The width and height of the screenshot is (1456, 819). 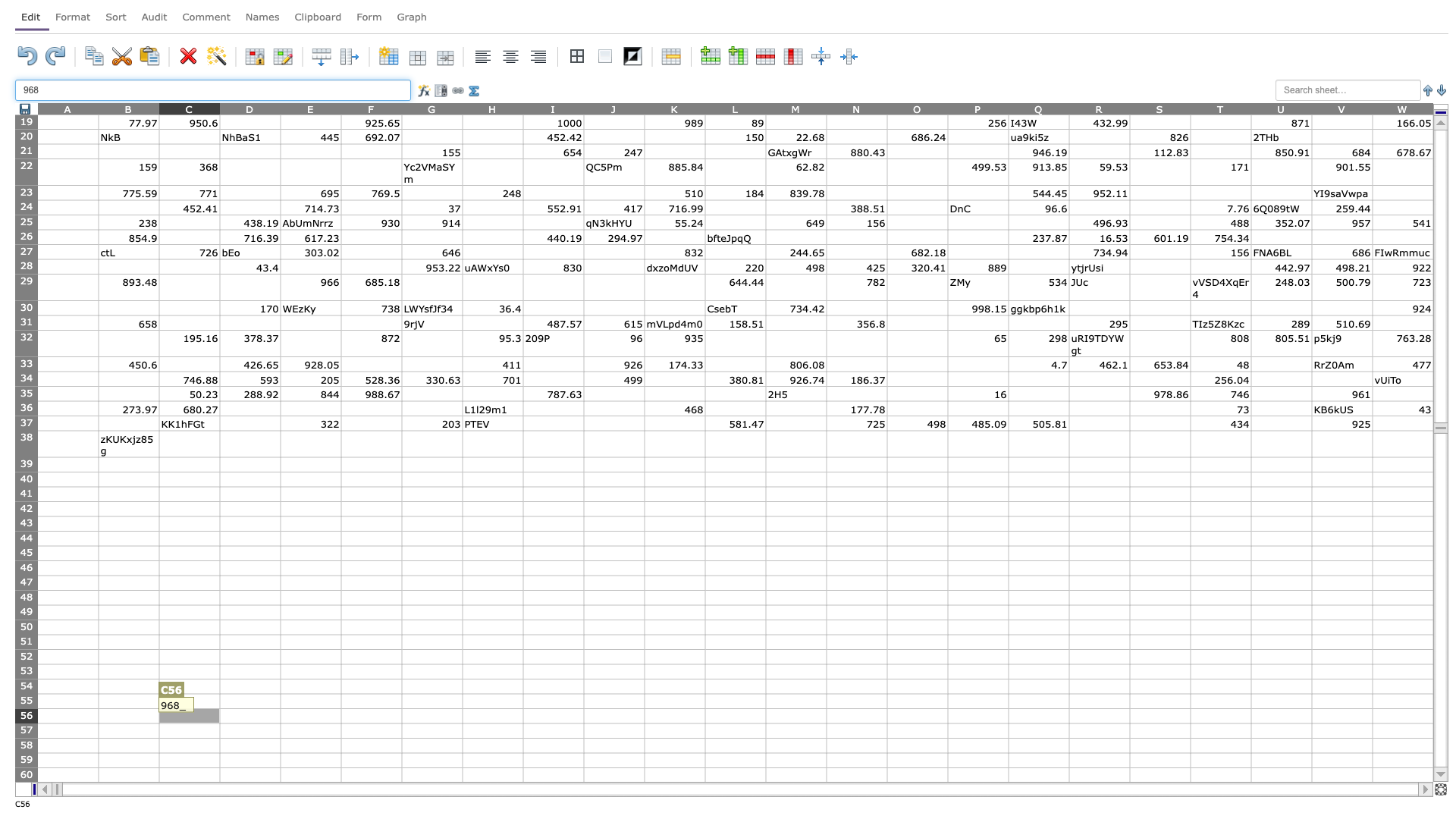 What do you see at coordinates (431, 716) in the screenshot?
I see `G56` at bounding box center [431, 716].